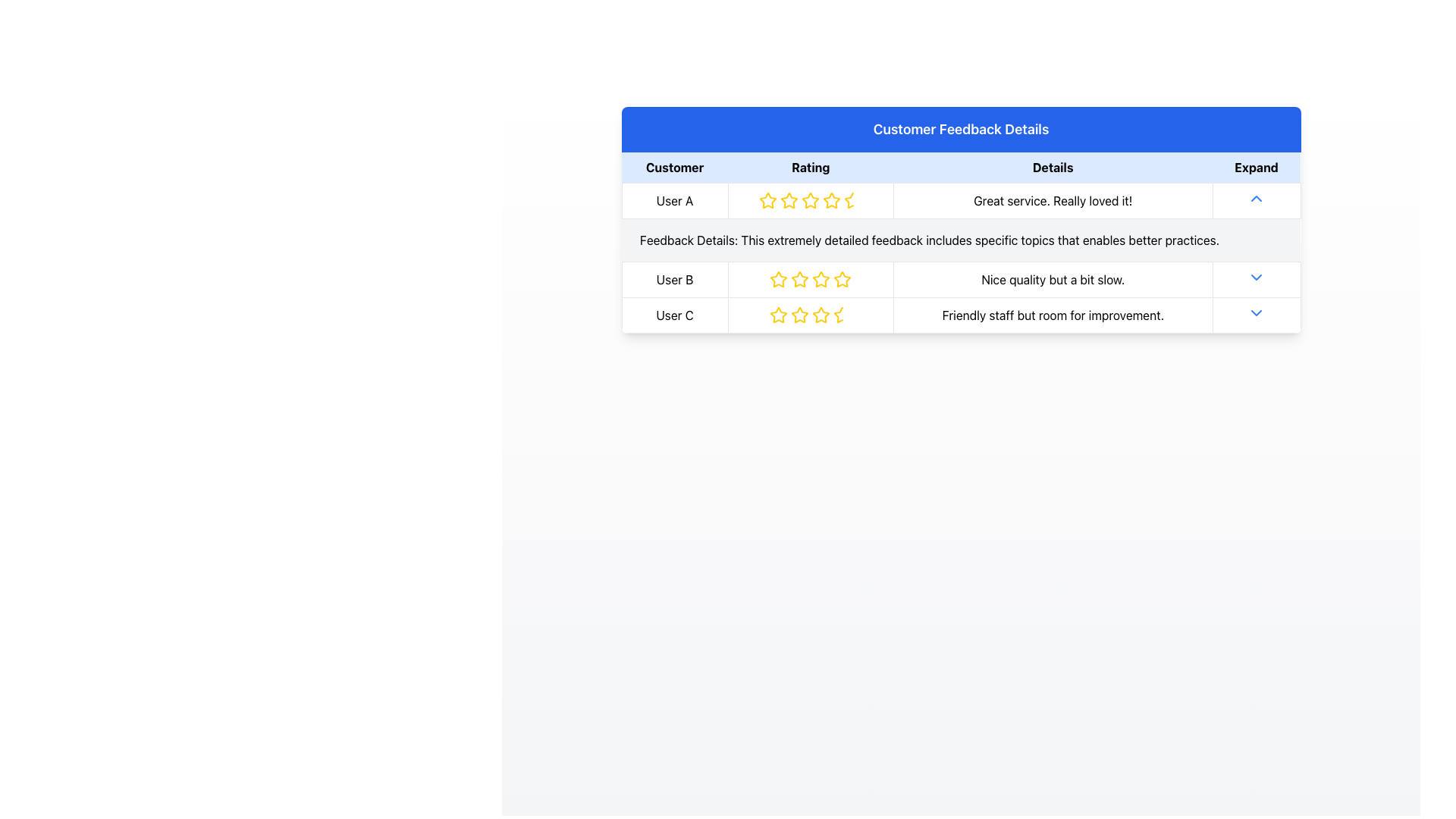  I want to click on the Rating Stars located in the third row of the feedback table under the 'Rating' column, adjacent to 'User C' to interact with the rating system, so click(810, 315).